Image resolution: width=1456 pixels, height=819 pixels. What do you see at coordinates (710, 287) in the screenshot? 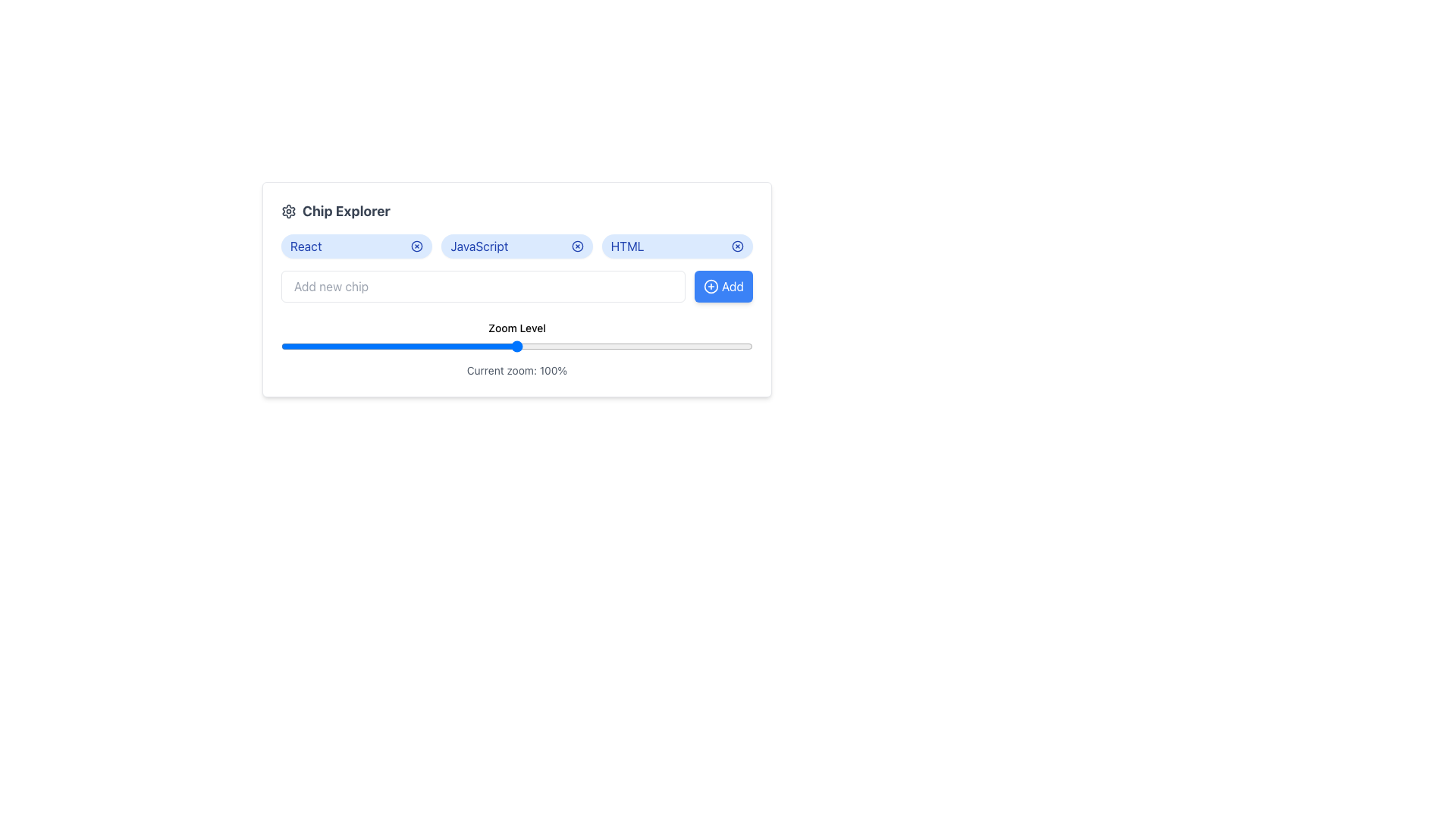
I see `the graphical icon representing the add functionality located on the right side of the 'Add' button with a blue background and white text` at bounding box center [710, 287].